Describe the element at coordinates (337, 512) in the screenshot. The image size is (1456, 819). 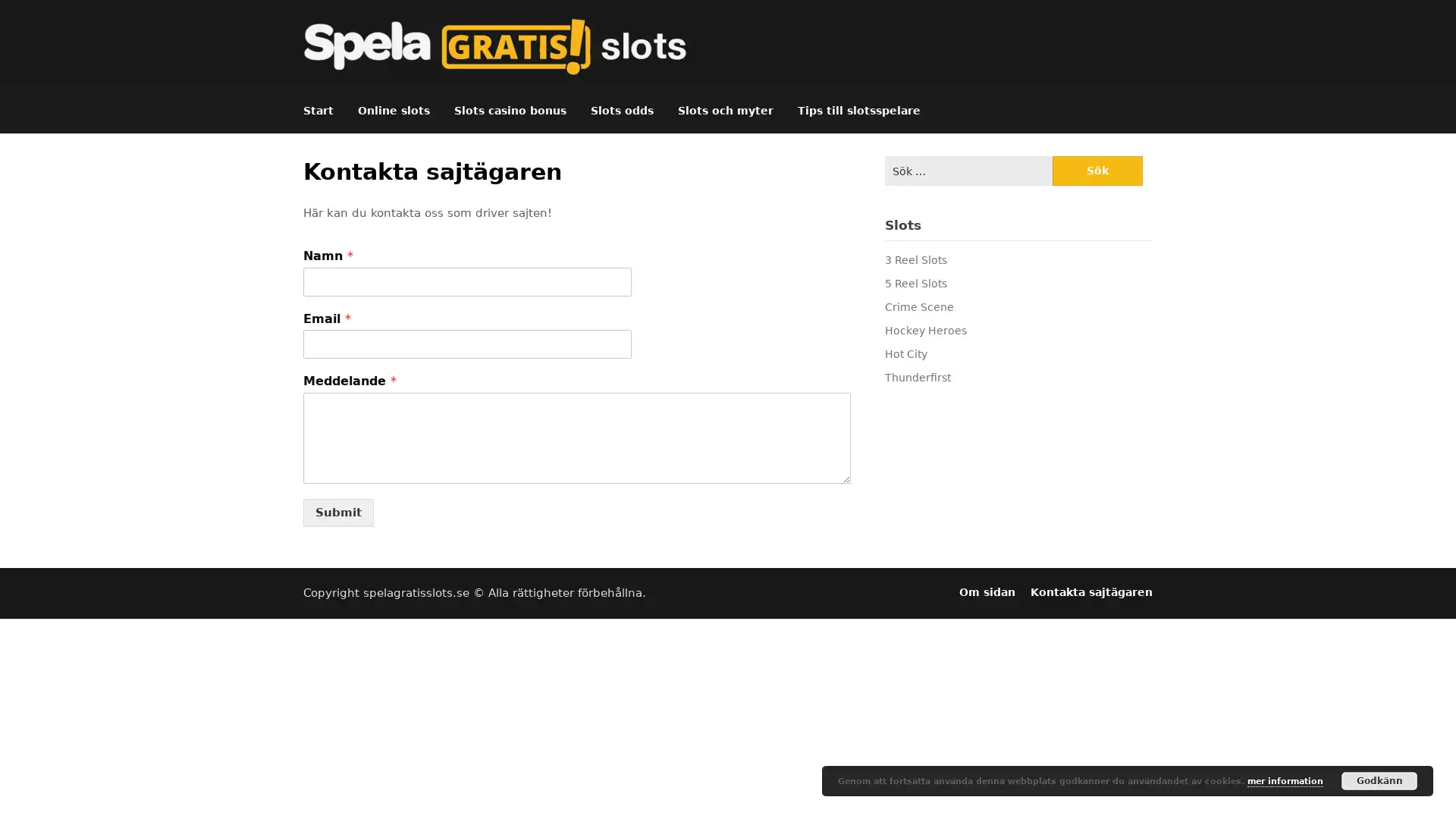
I see `Submit` at that location.